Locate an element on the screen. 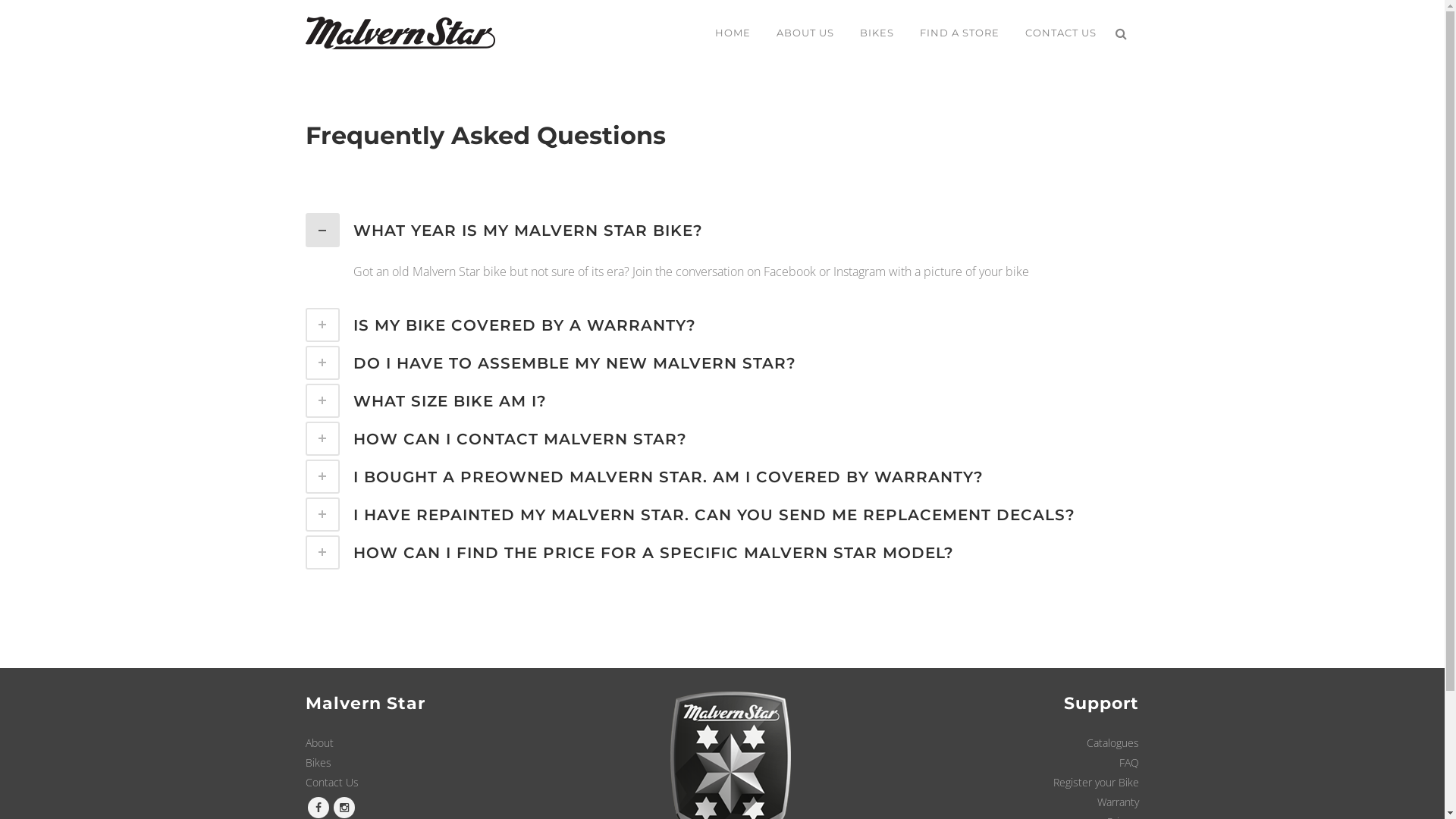 This screenshot has height=819, width=1456. 'HOME' is located at coordinates (733, 32).